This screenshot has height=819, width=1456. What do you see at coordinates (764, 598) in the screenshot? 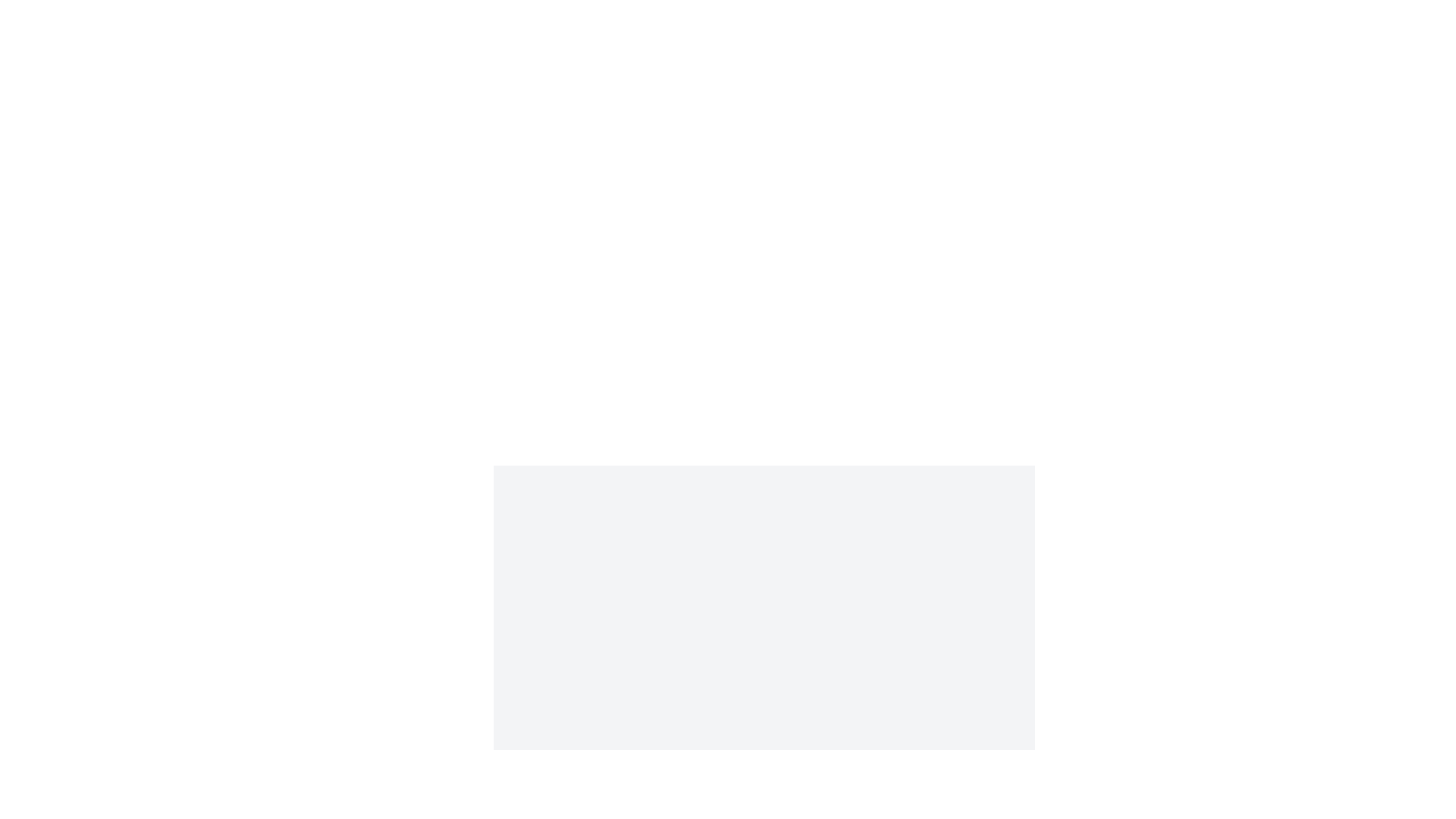
I see `the image and select Remove from the context menu` at bounding box center [764, 598].